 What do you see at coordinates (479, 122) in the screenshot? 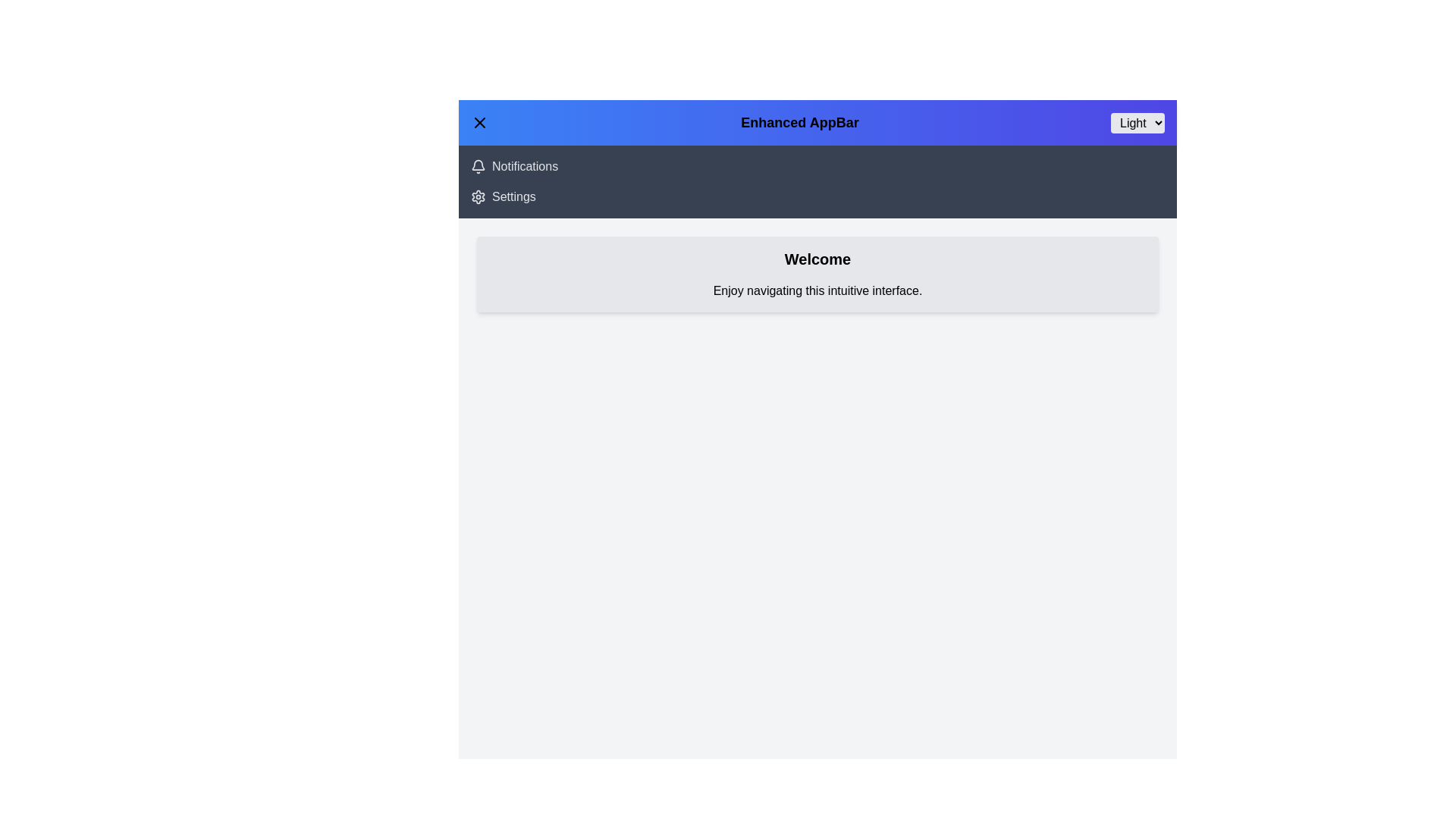
I see `menu toggle button to toggle the menu visibility` at bounding box center [479, 122].